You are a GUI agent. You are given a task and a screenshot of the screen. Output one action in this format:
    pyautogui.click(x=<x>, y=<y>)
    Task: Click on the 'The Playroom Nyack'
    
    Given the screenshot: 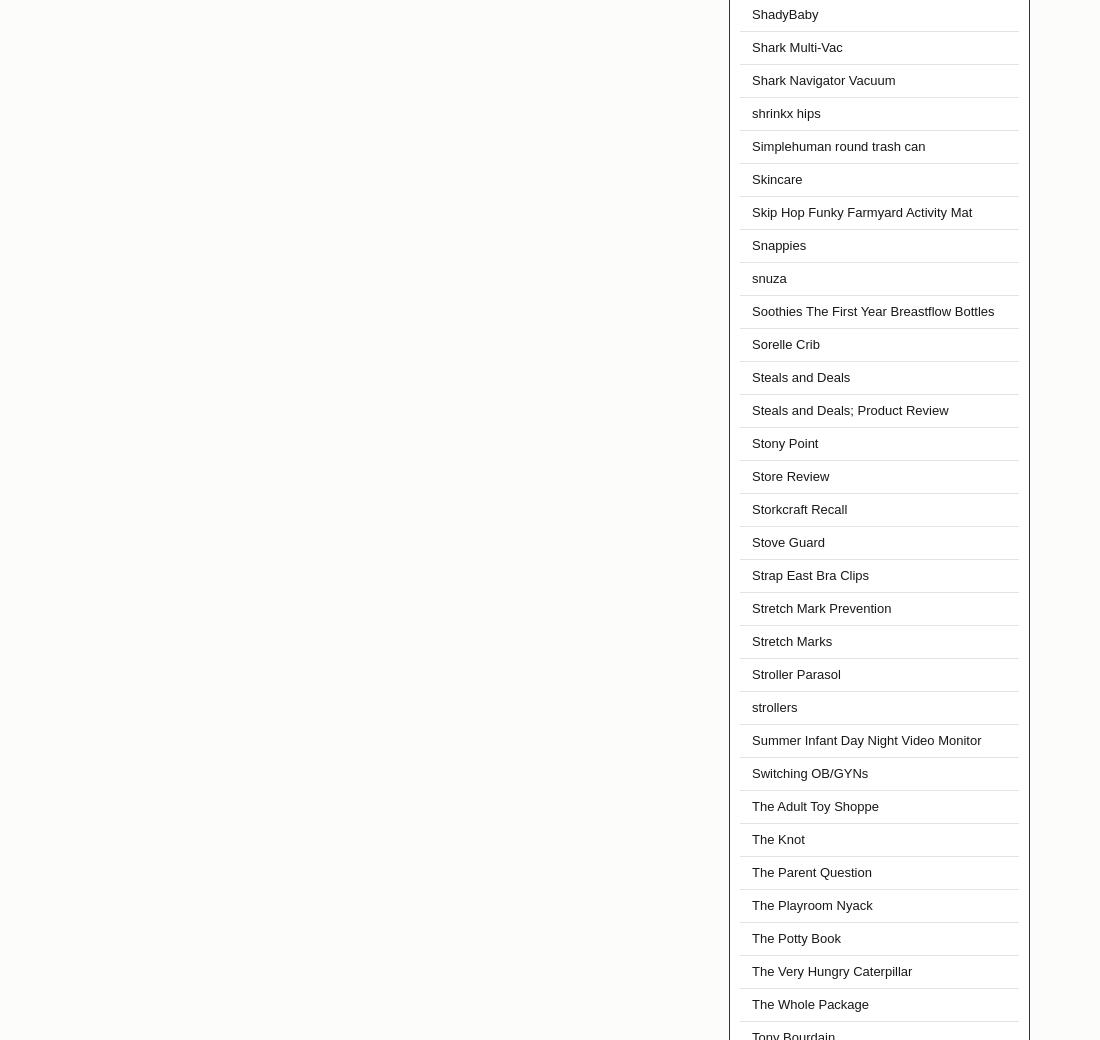 What is the action you would take?
    pyautogui.click(x=812, y=904)
    